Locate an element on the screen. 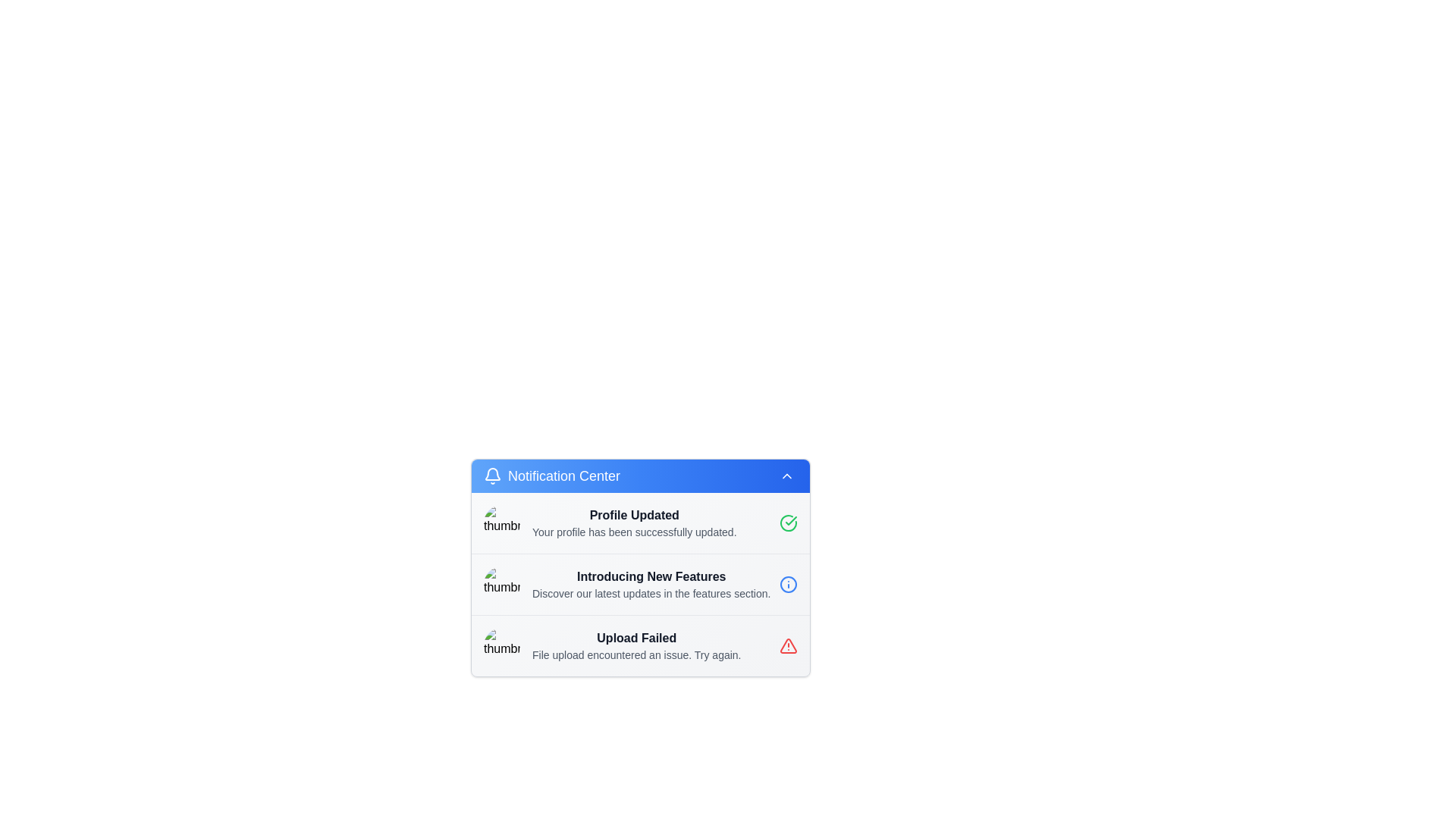 The width and height of the screenshot is (1456, 819). the title text label in the topmost notification entry of the Notification Center modal, which summarizes the notification's content is located at coordinates (634, 514).